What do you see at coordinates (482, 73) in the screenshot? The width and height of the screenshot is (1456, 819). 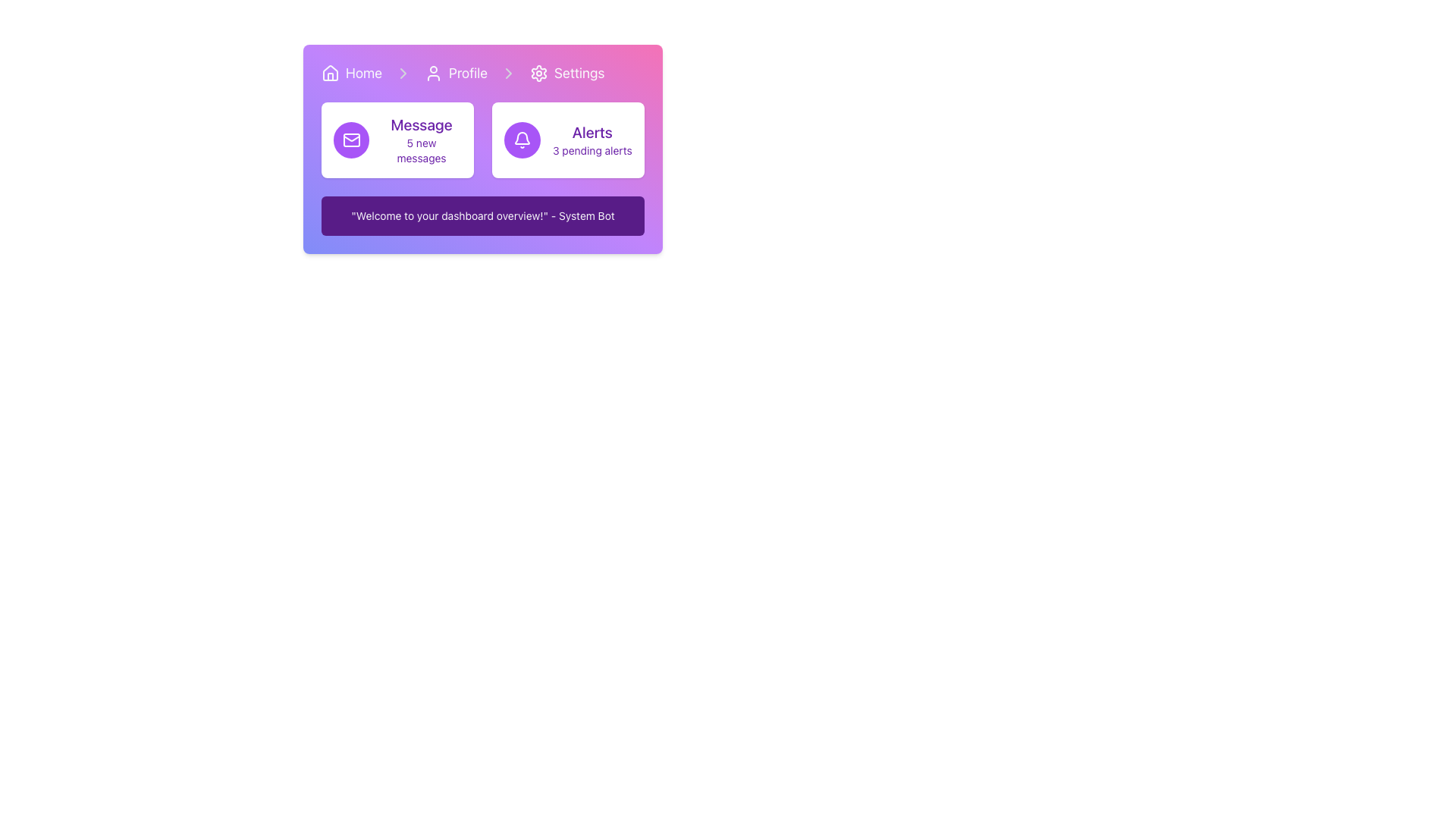 I see `the 'Profile' hyperlink located in the breadcrumb navigation bar` at bounding box center [482, 73].